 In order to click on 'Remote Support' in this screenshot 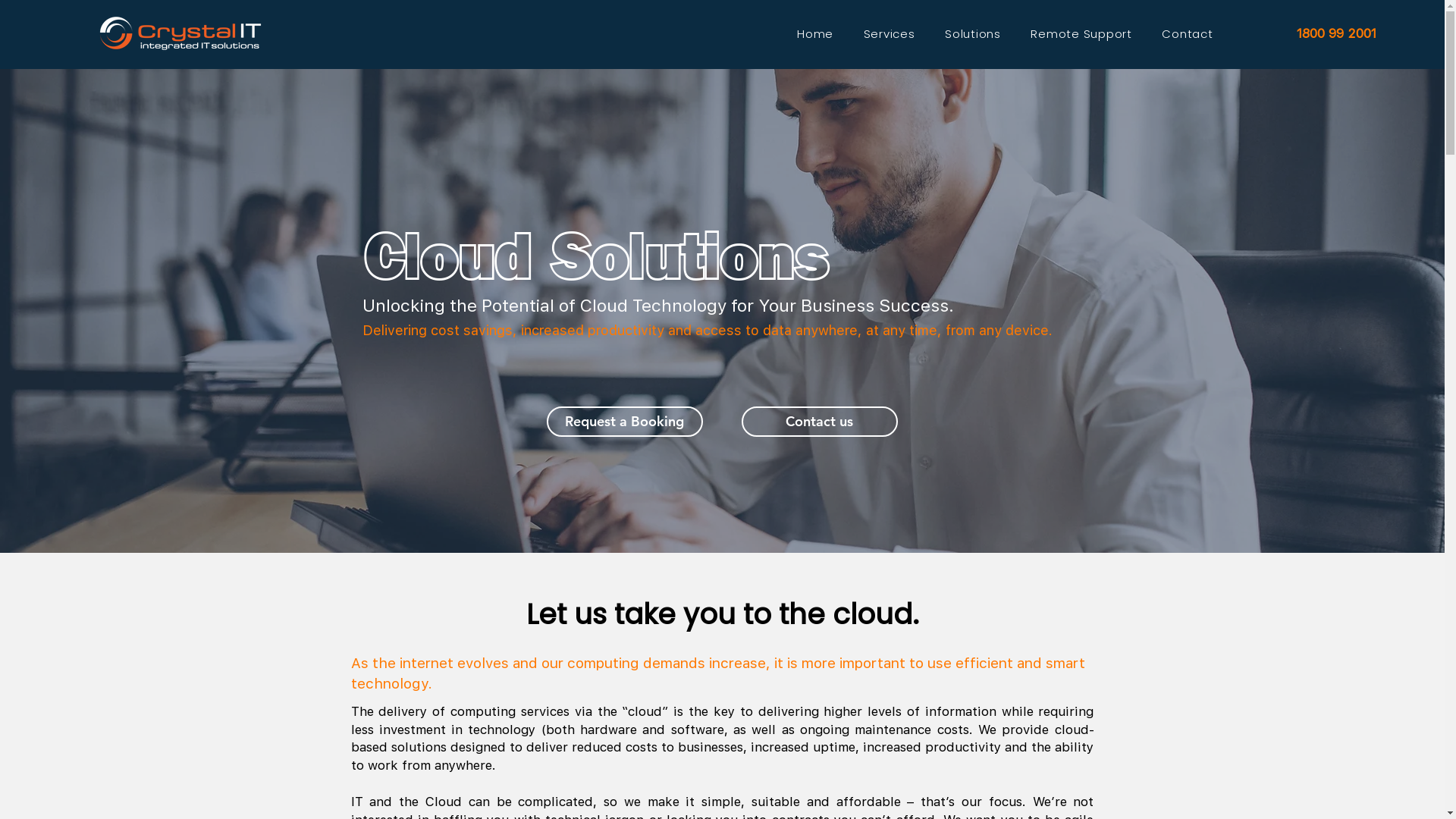, I will do `click(1081, 33)`.